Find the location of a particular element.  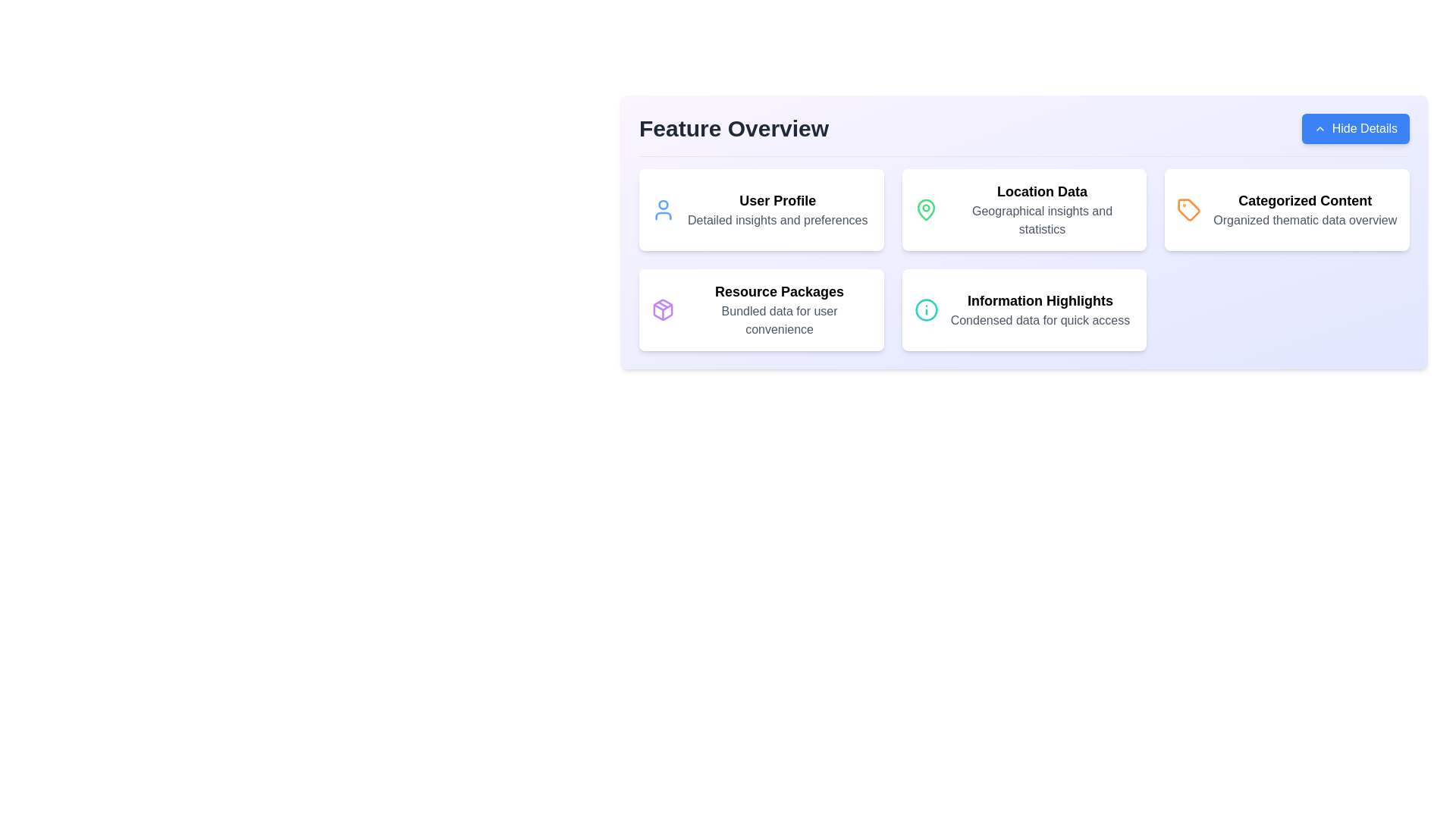

the non-interactive Text label that serves as the title text of a feature card, located in the bottom right section of the grid layout, below an information icon is located at coordinates (1040, 301).